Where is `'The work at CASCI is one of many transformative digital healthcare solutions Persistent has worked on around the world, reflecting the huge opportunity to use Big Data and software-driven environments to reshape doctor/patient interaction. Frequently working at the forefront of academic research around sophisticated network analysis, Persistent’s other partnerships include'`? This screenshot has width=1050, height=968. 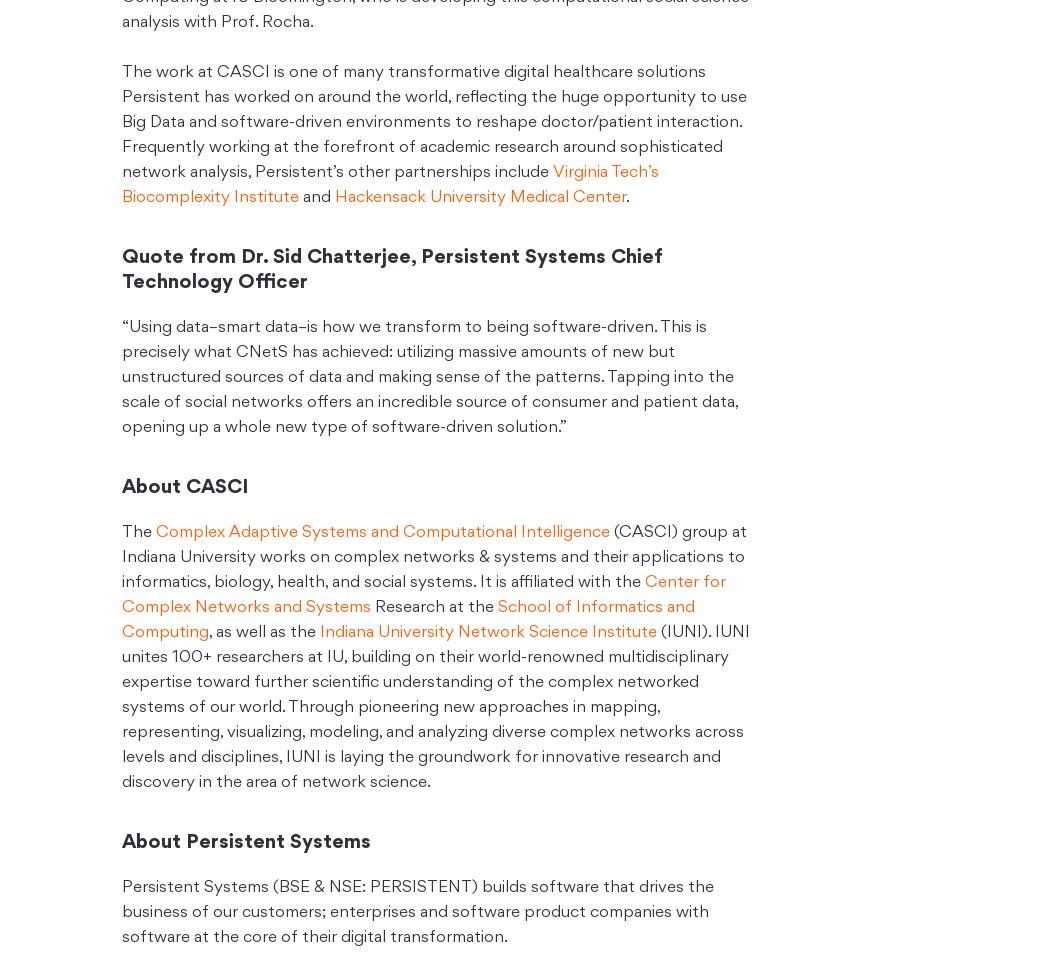
'The work at CASCI is one of many transformative digital healthcare solutions Persistent has worked on around the world, reflecting the huge opportunity to use Big Data and software-driven environments to reshape doctor/patient interaction. Frequently working at the forefront of academic research around sophisticated network analysis, Persistent’s other partnerships include' is located at coordinates (433, 122).